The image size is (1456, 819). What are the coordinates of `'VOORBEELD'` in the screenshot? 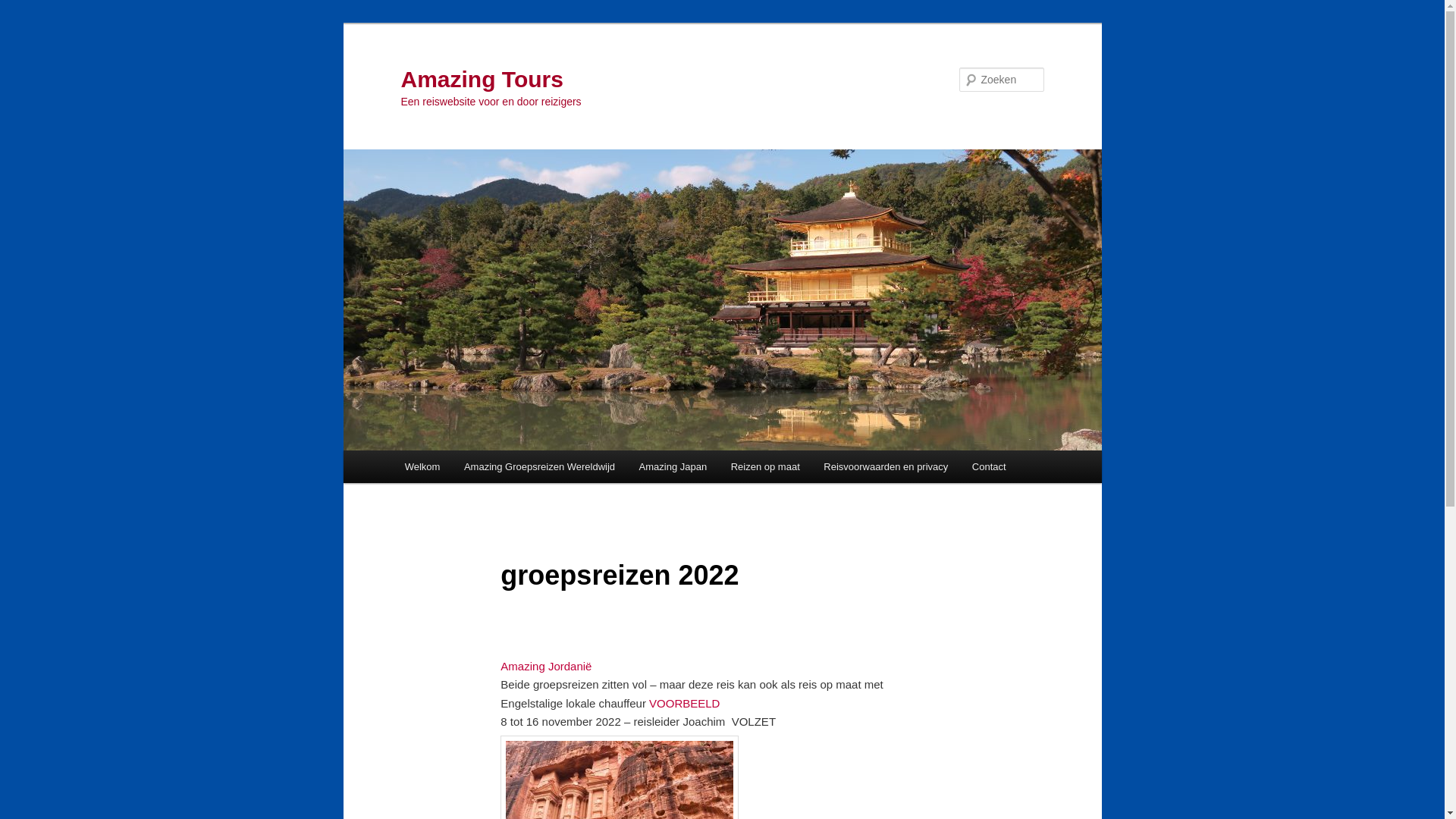 It's located at (648, 703).